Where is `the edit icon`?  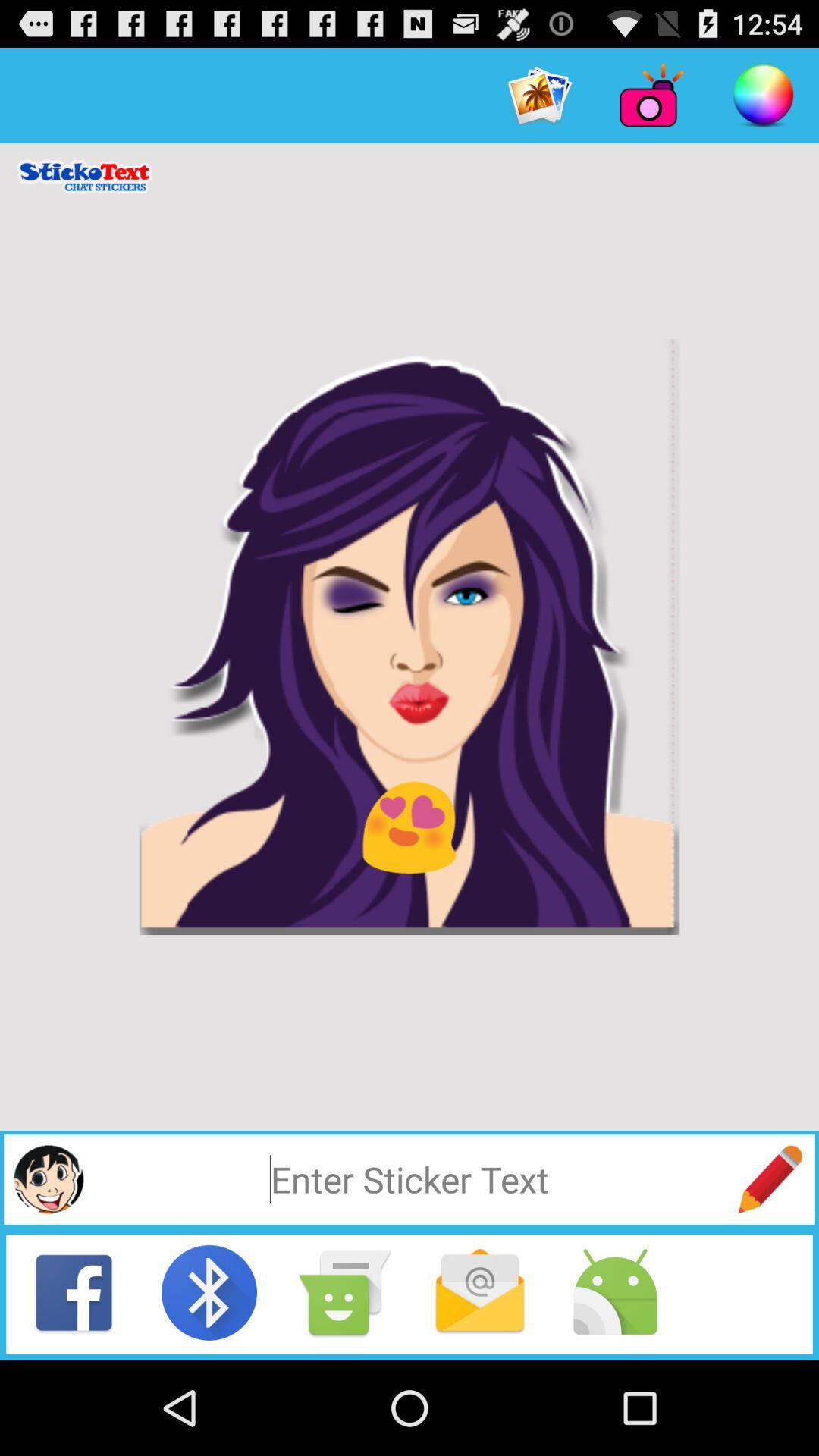
the edit icon is located at coordinates (770, 1262).